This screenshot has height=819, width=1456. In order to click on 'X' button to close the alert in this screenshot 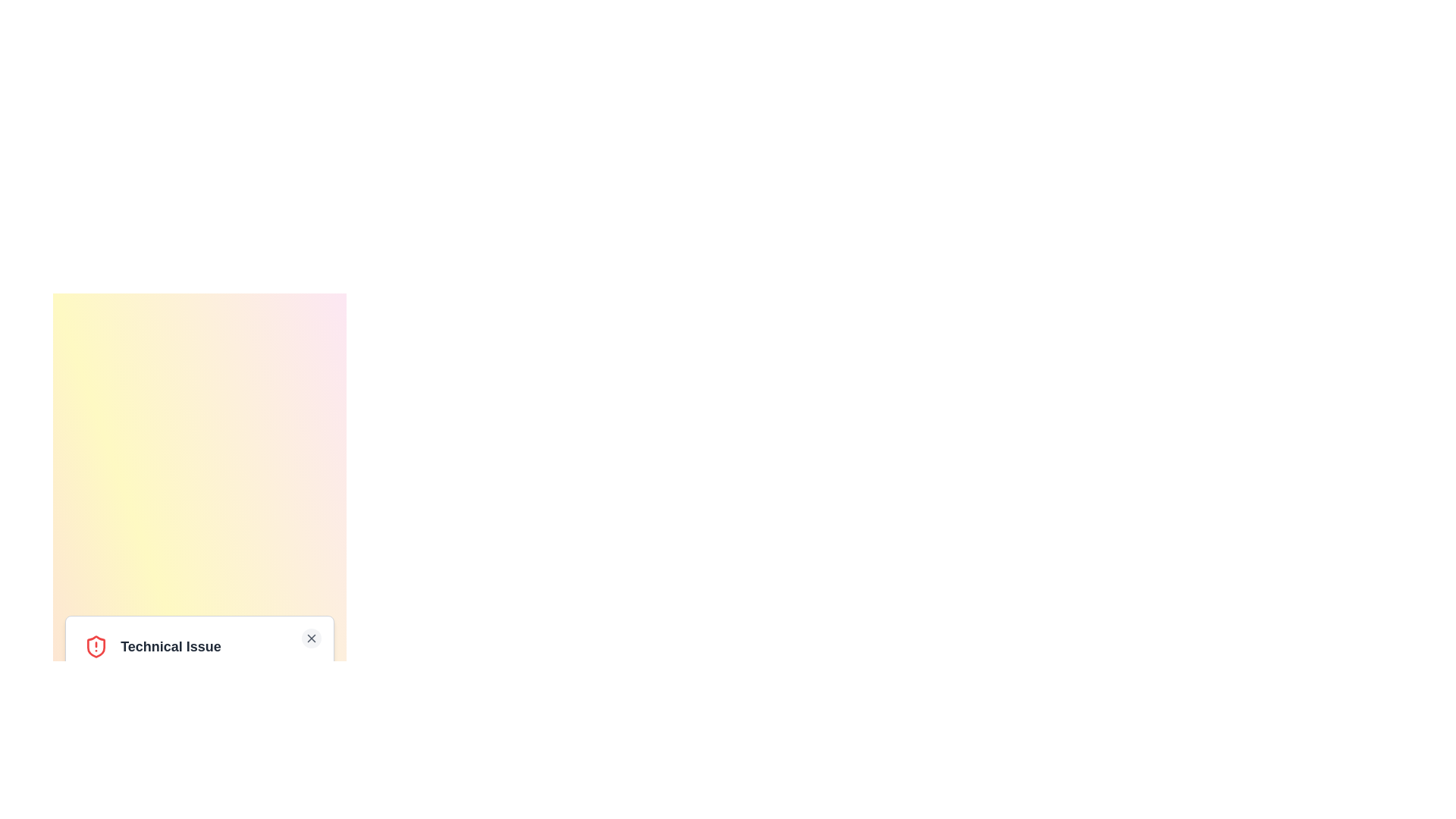, I will do `click(310, 638)`.